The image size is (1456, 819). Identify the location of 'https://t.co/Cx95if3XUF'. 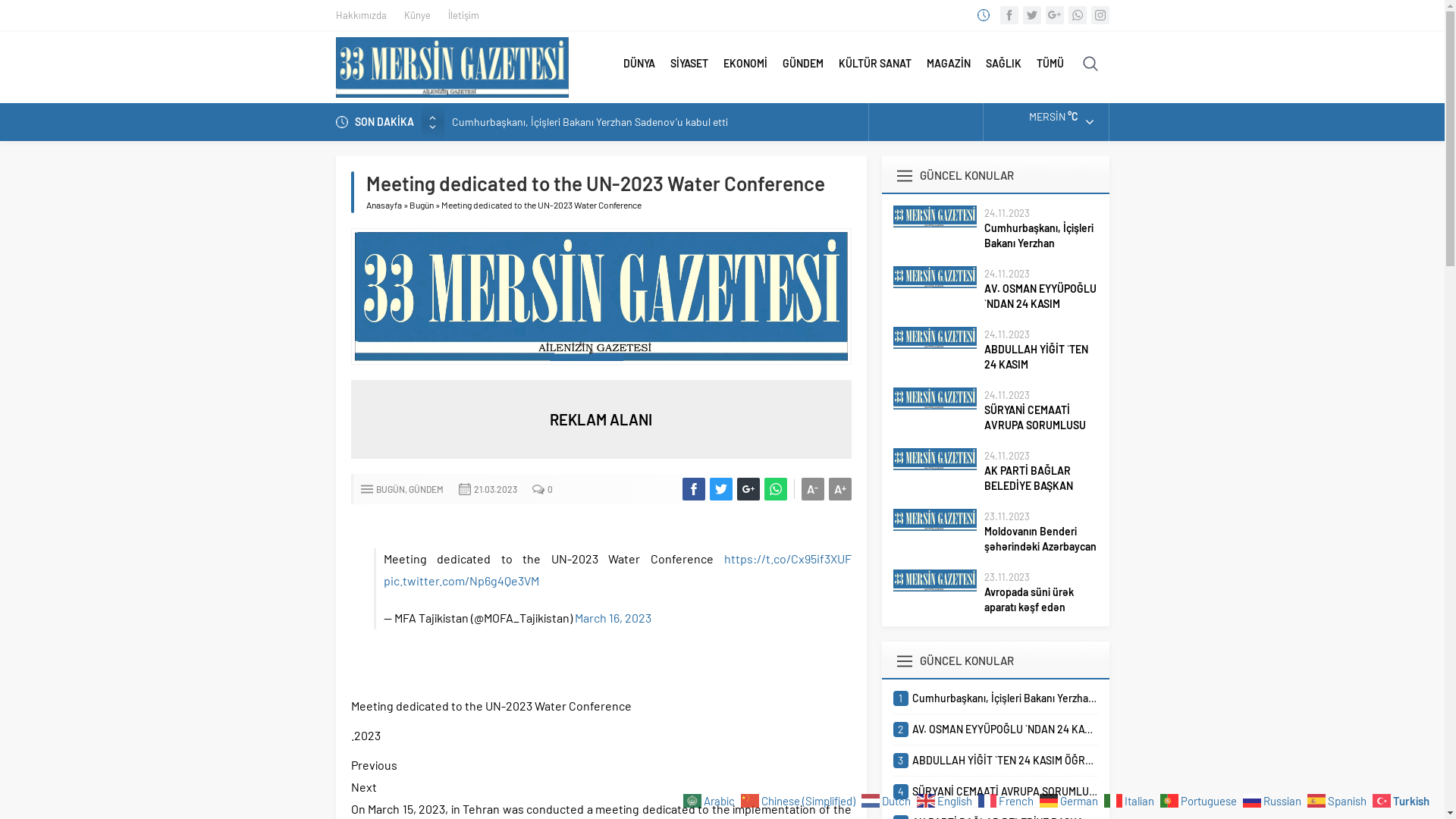
(786, 558).